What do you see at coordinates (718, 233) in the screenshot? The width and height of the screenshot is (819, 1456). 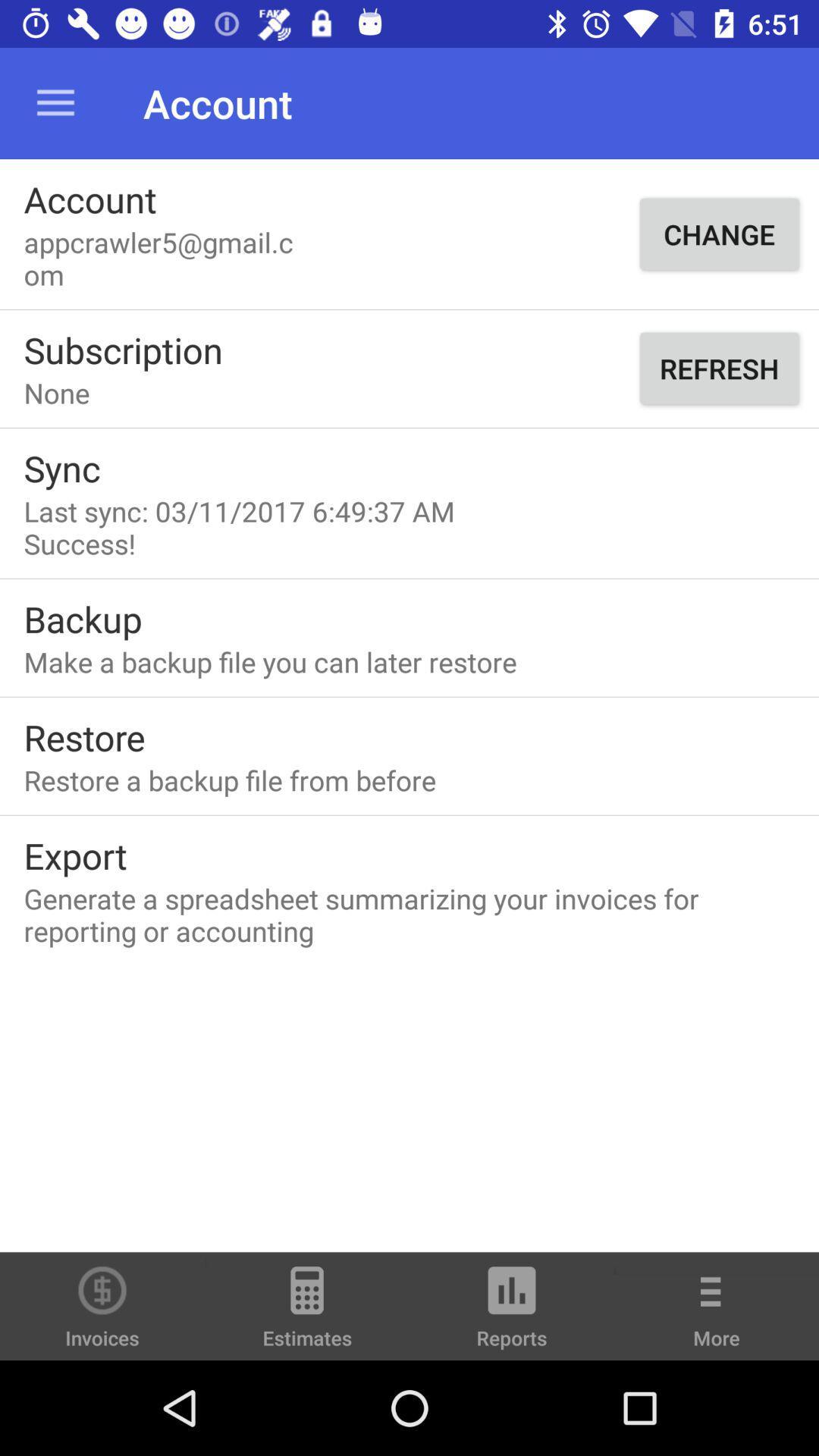 I see `the item to the right of appcrawler5@gmail.com` at bounding box center [718, 233].